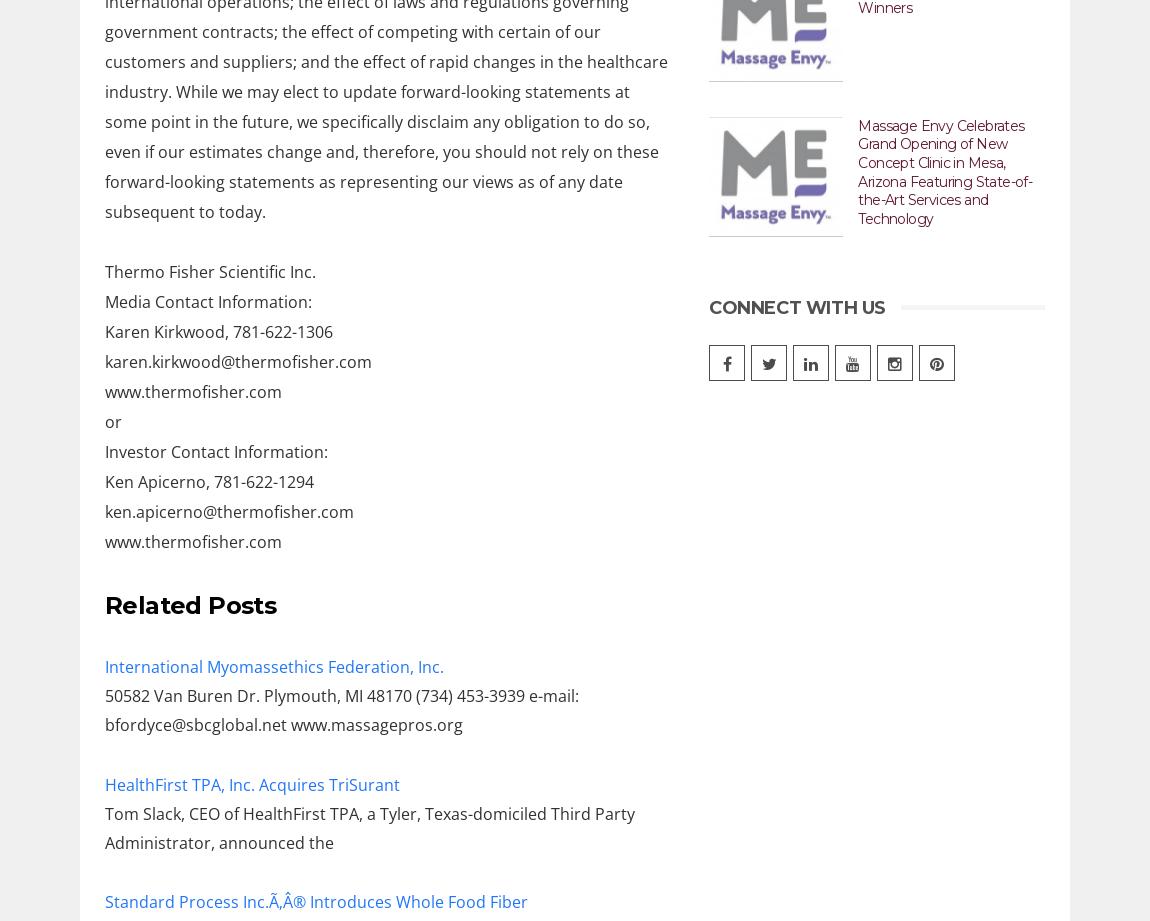 The height and width of the screenshot is (921, 1150). I want to click on 'Standard Process Inc.Ã‚Â® Introduces Whole Food Fiber', so click(316, 901).